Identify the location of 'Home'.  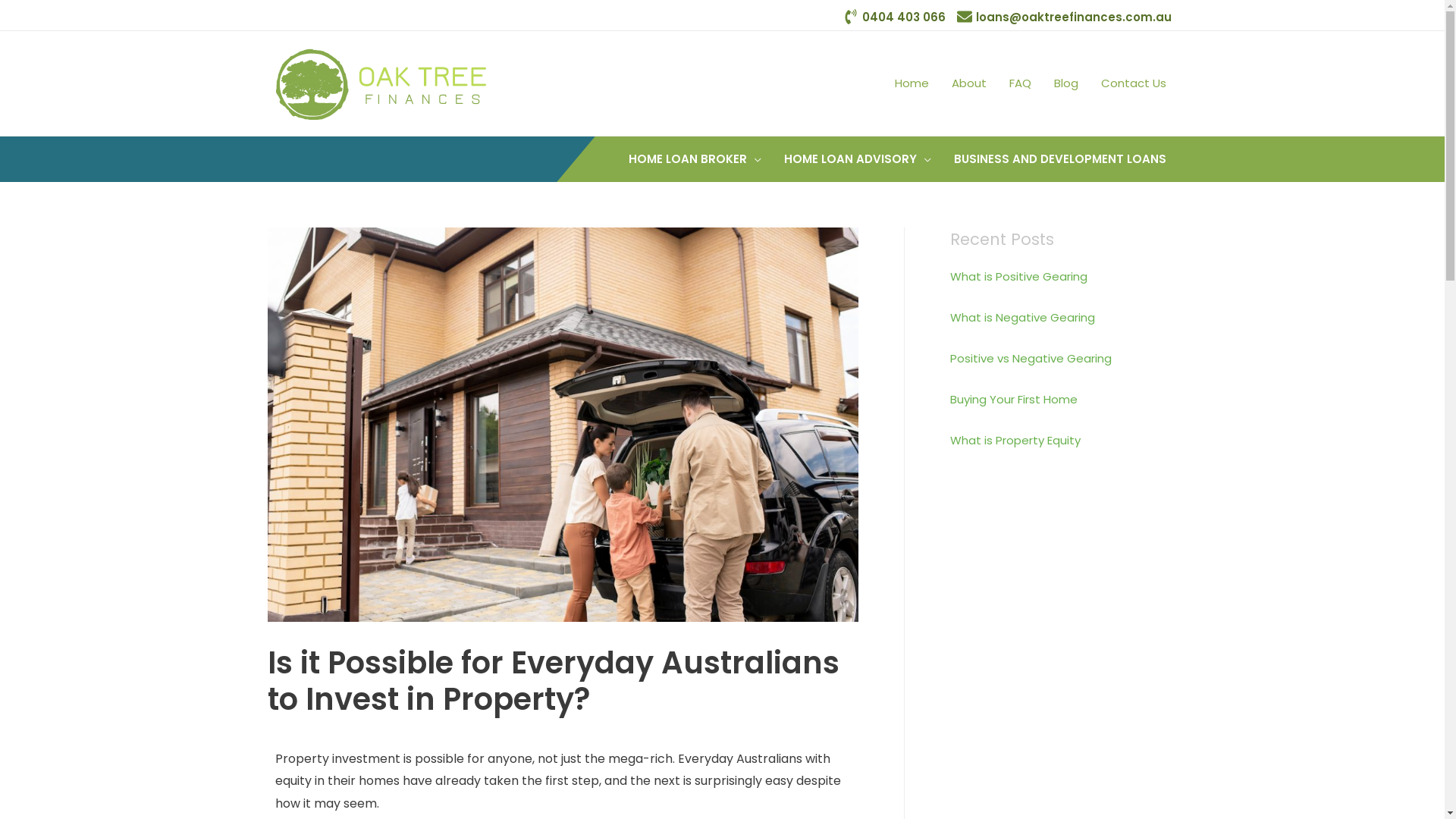
(882, 83).